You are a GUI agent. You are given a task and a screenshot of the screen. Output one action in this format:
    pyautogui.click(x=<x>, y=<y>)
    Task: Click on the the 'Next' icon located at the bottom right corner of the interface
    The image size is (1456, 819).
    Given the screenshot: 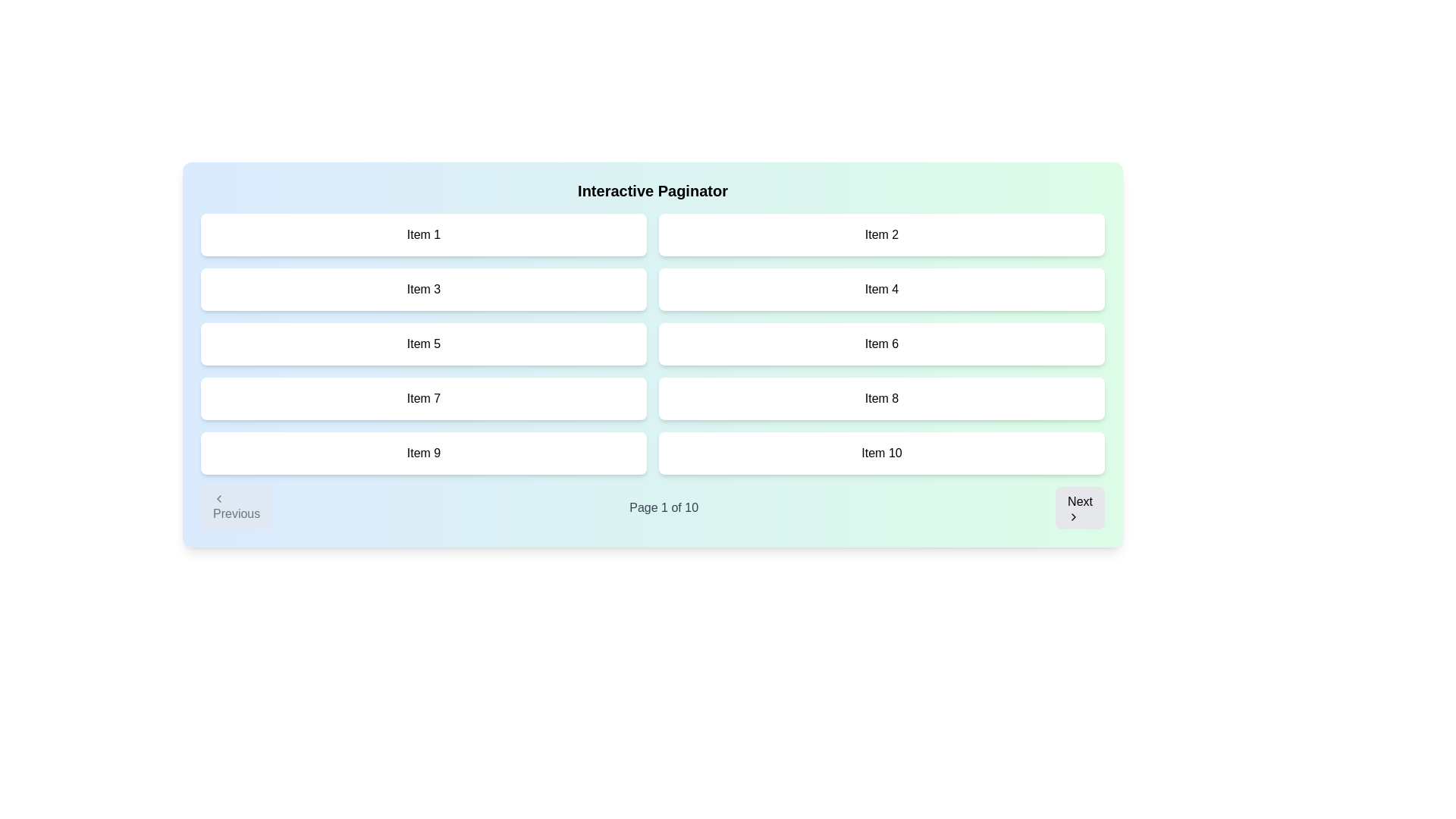 What is the action you would take?
    pyautogui.click(x=1073, y=516)
    